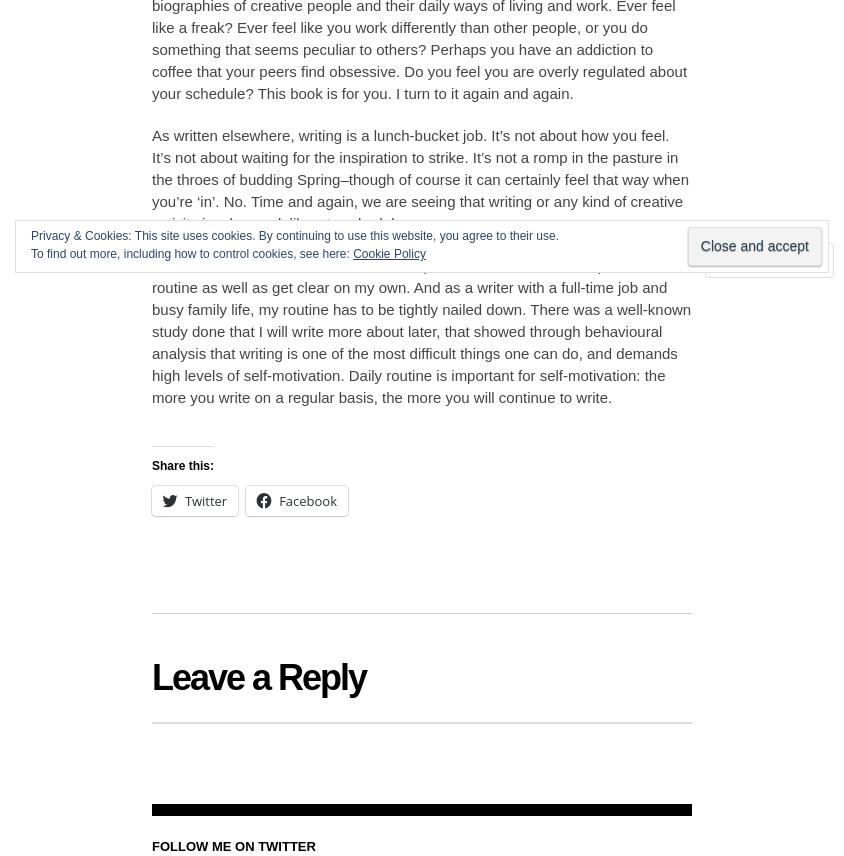 This screenshot has height=856, width=844. Describe the element at coordinates (420, 178) in the screenshot. I see `'As written elsewhere, writing is a lunch-bucket job. It’s not about how you feel. It’s not about waiting for the inspiration to strike. It’s not a romp in the pasture in the throes of budding Spring–though of course it can certainly feel that way when you’re ‘in’. No. Time and again, we are seeing that writing or any kind of creative activity involves a deliberate schedule.'` at that location.